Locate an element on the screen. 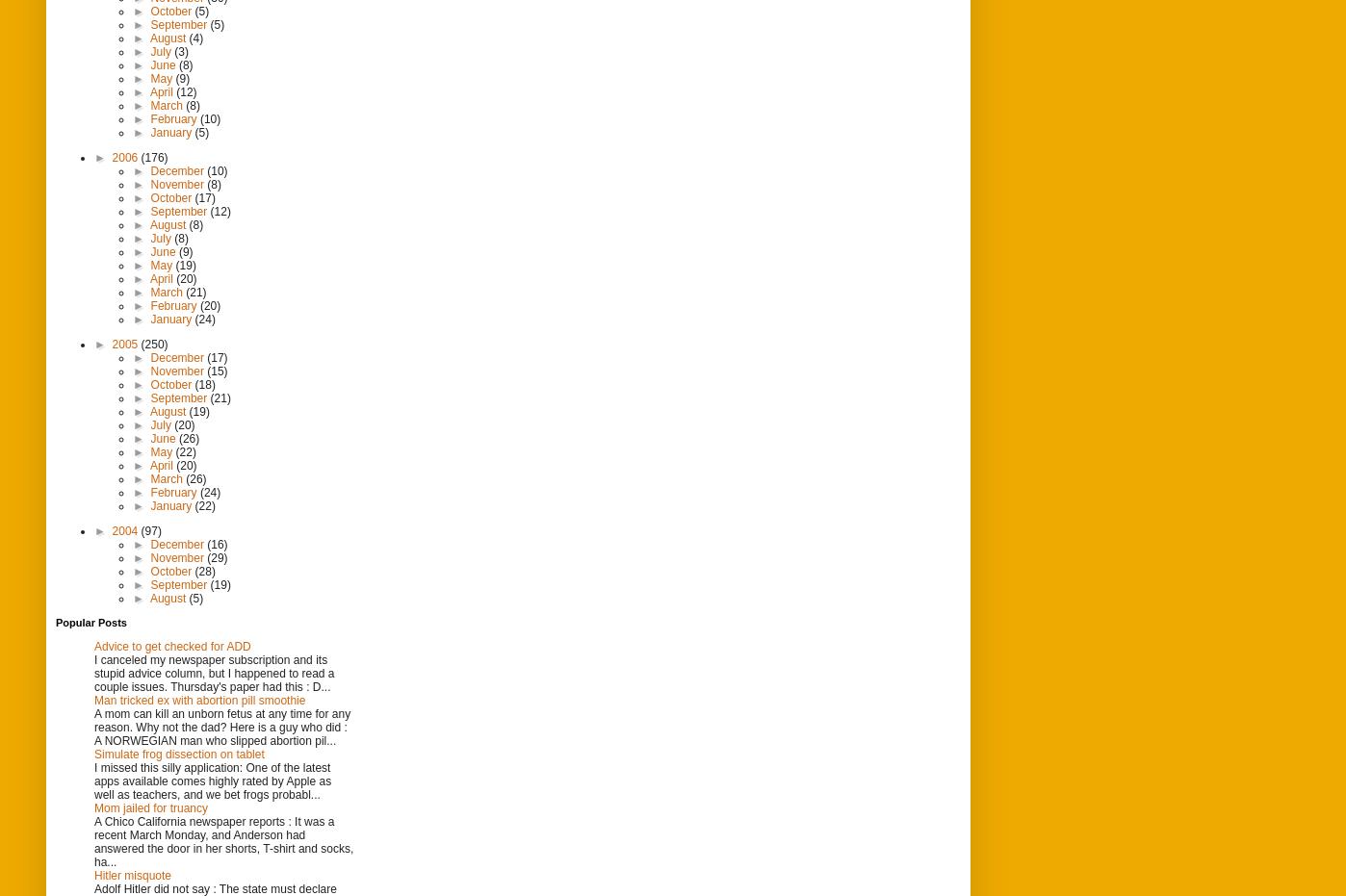 Image resolution: width=1346 pixels, height=896 pixels. 'Man tricked ex with abortion pill smoothie' is located at coordinates (199, 699).